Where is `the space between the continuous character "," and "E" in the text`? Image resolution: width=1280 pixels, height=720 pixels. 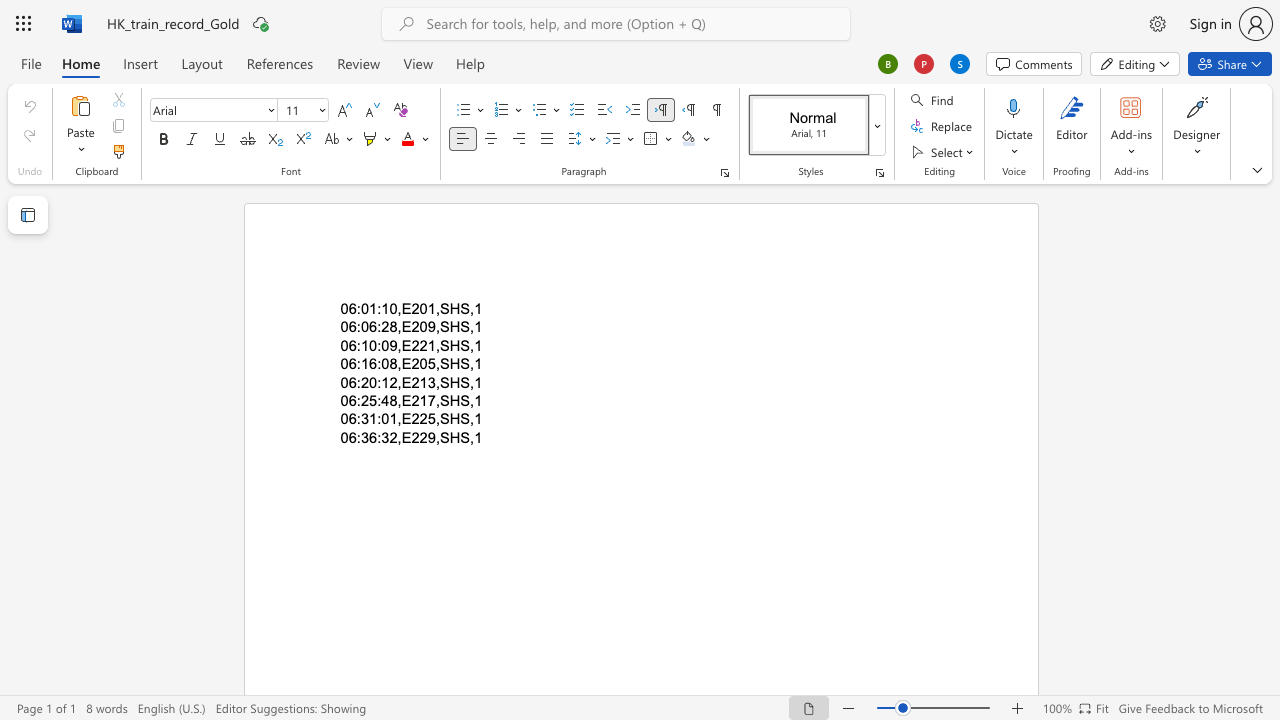
the space between the continuous character "," and "E" in the text is located at coordinates (402, 344).